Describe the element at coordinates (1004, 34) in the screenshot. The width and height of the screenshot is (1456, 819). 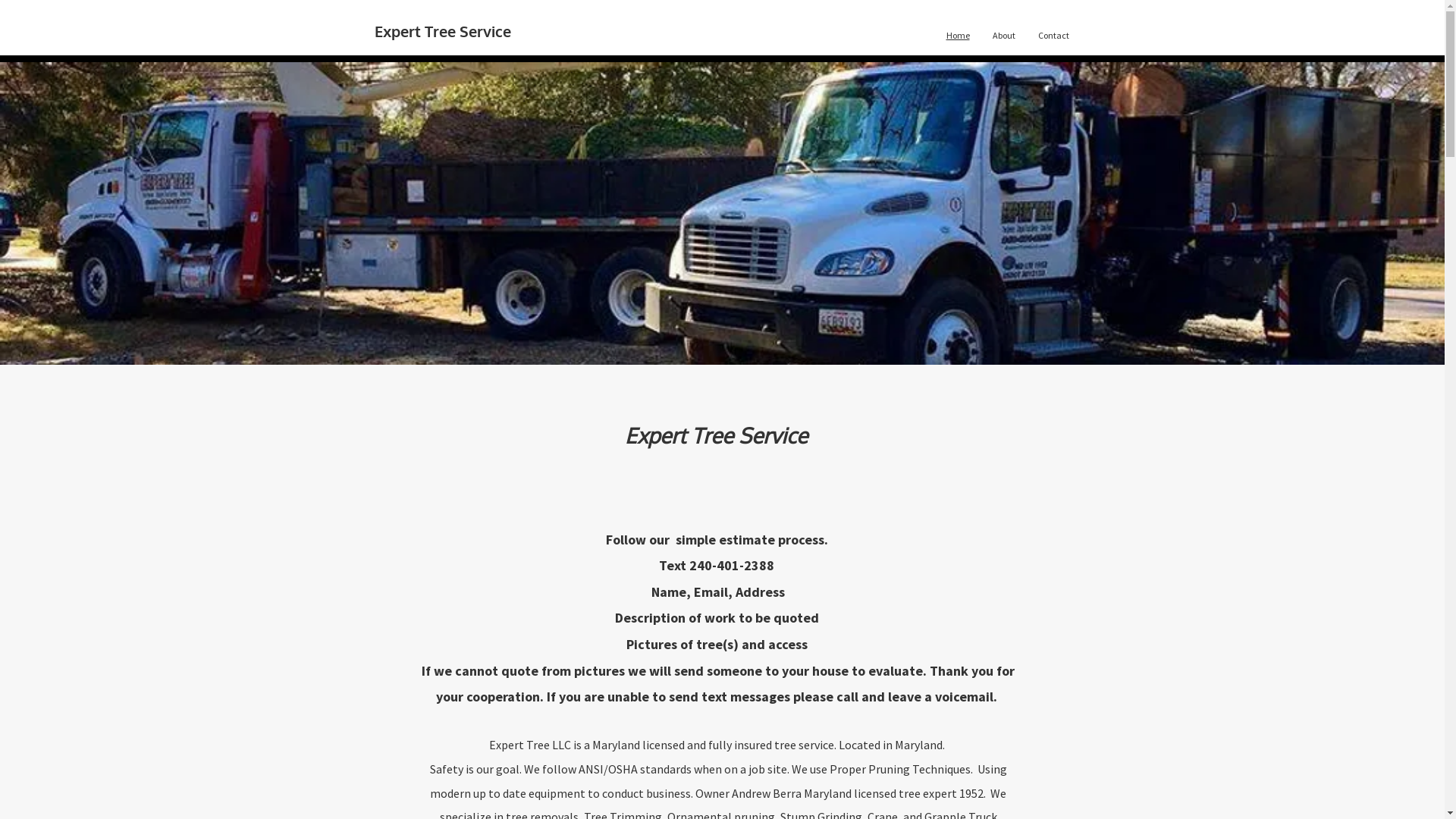
I see `'About'` at that location.